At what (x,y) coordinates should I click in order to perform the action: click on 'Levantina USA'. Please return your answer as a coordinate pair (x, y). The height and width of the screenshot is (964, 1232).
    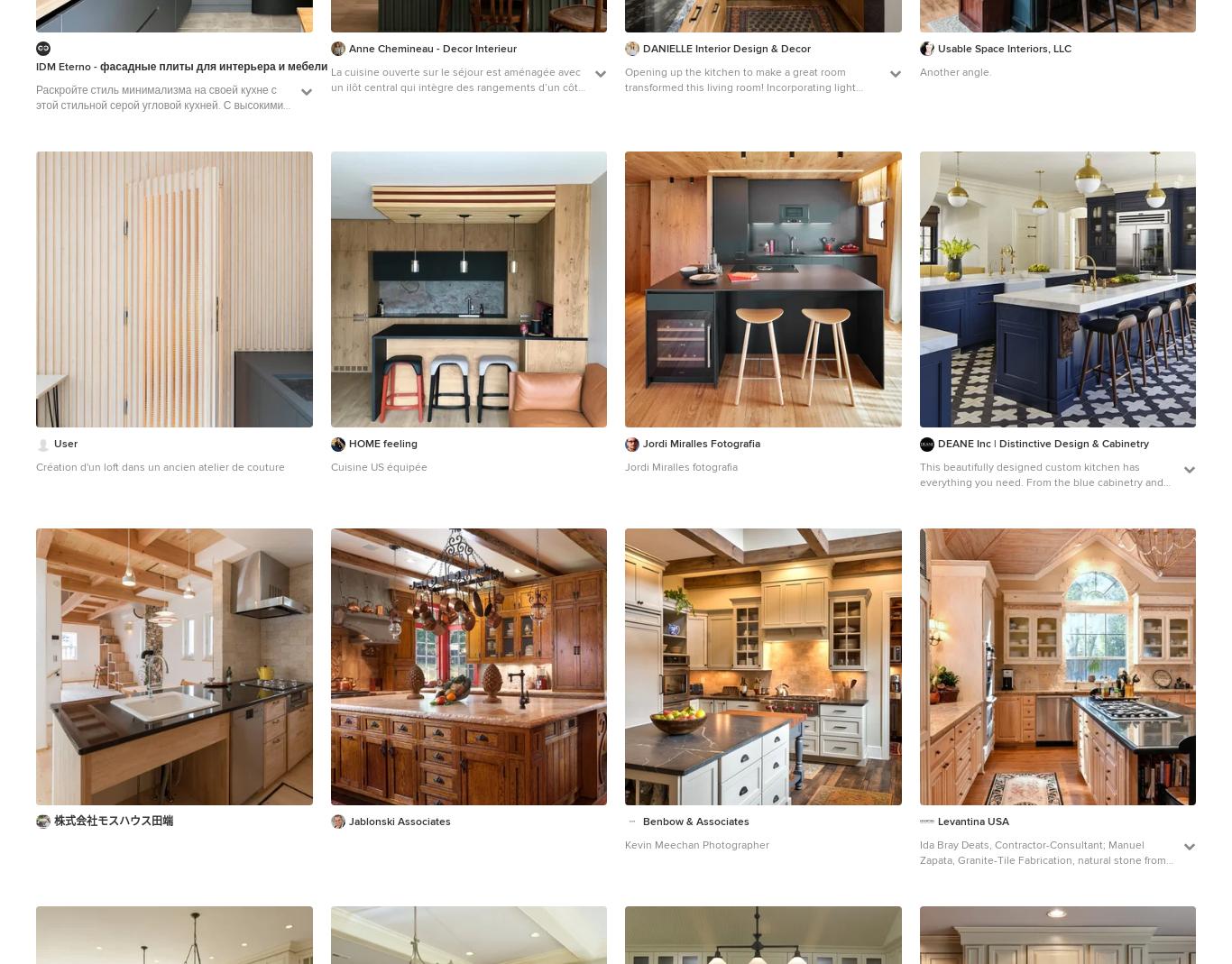
    Looking at the image, I should click on (935, 820).